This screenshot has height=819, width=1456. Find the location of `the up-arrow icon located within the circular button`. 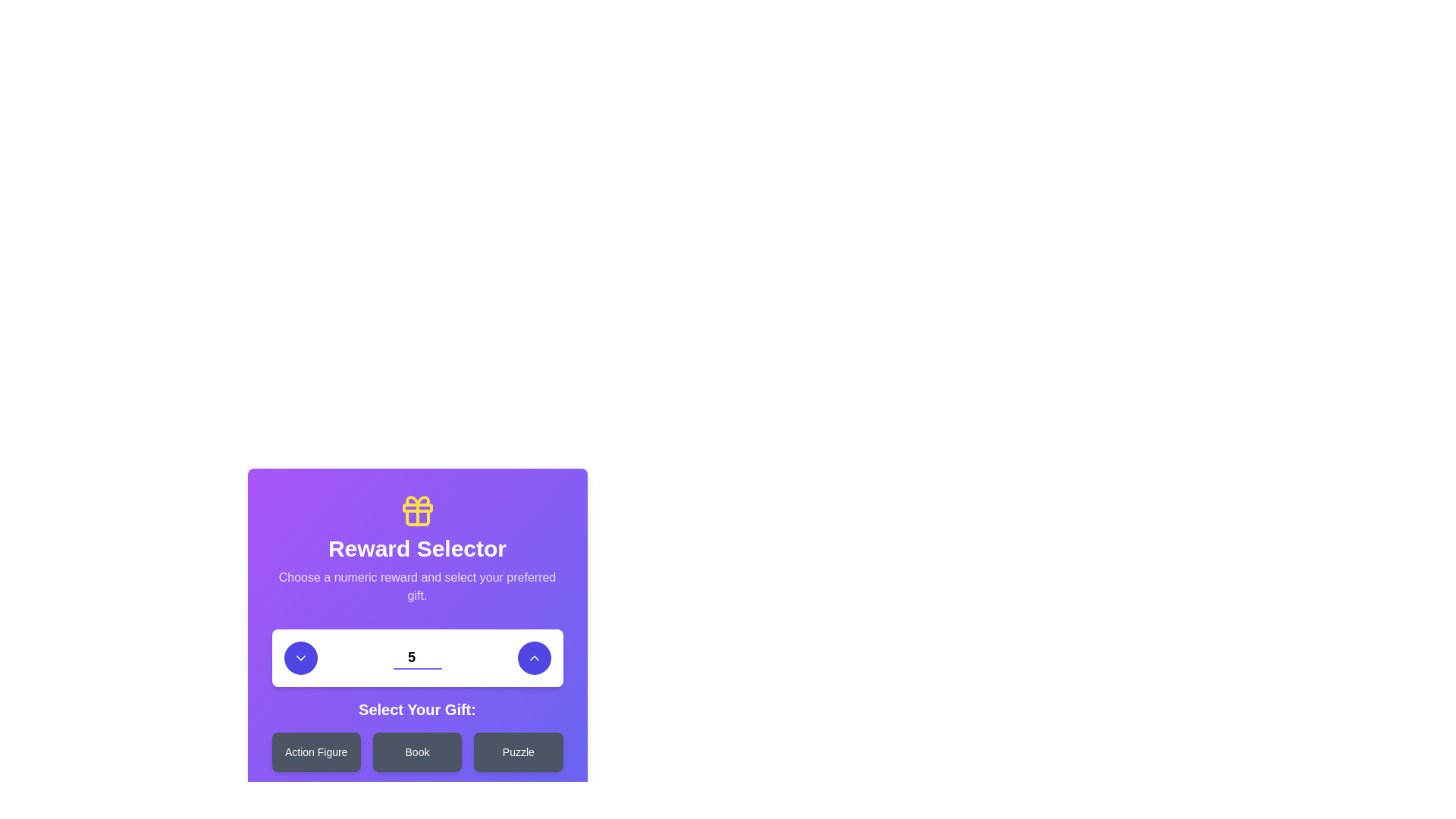

the up-arrow icon located within the circular button is located at coordinates (534, 657).